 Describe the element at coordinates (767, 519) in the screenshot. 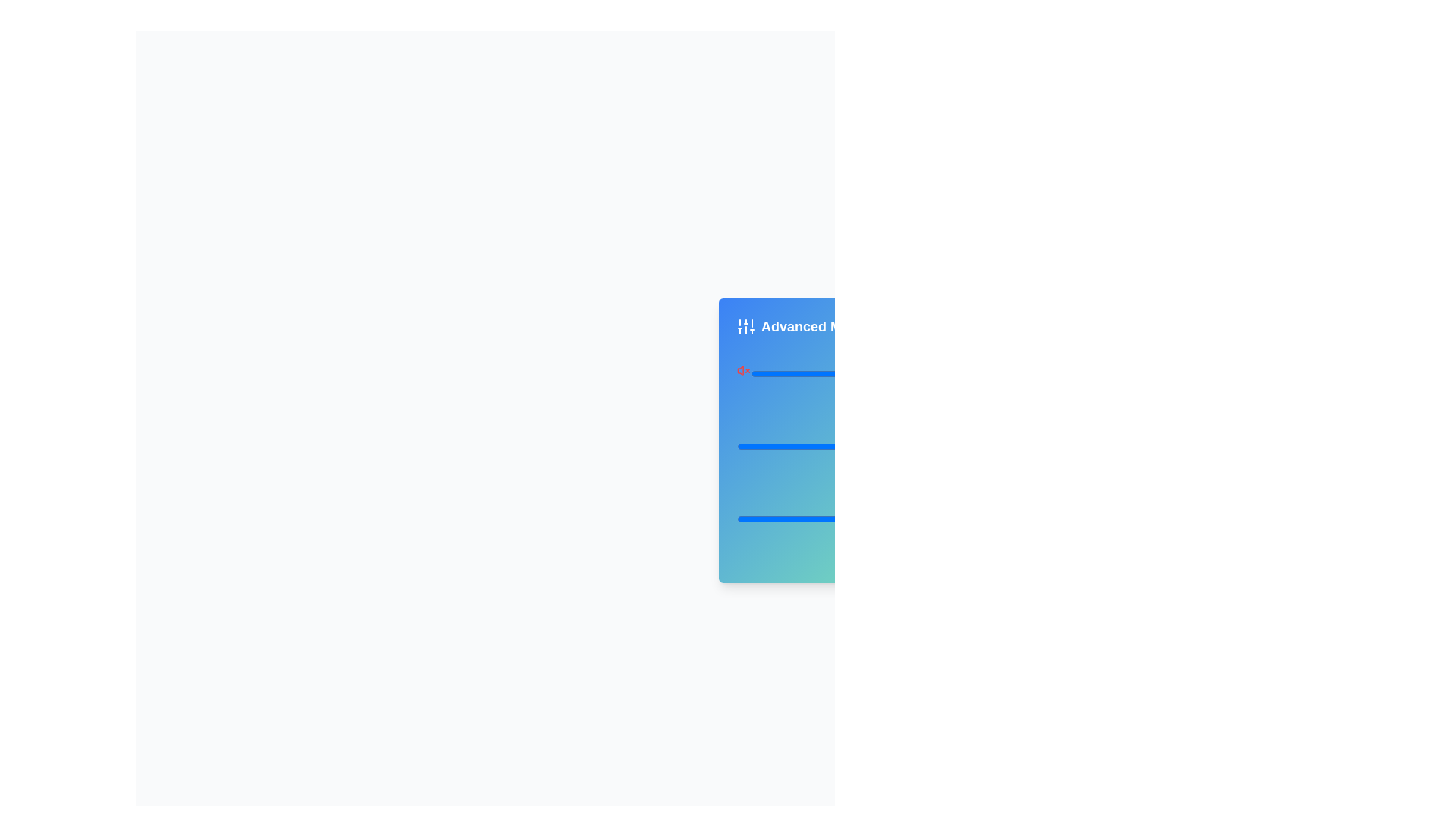

I see `slider value` at that location.